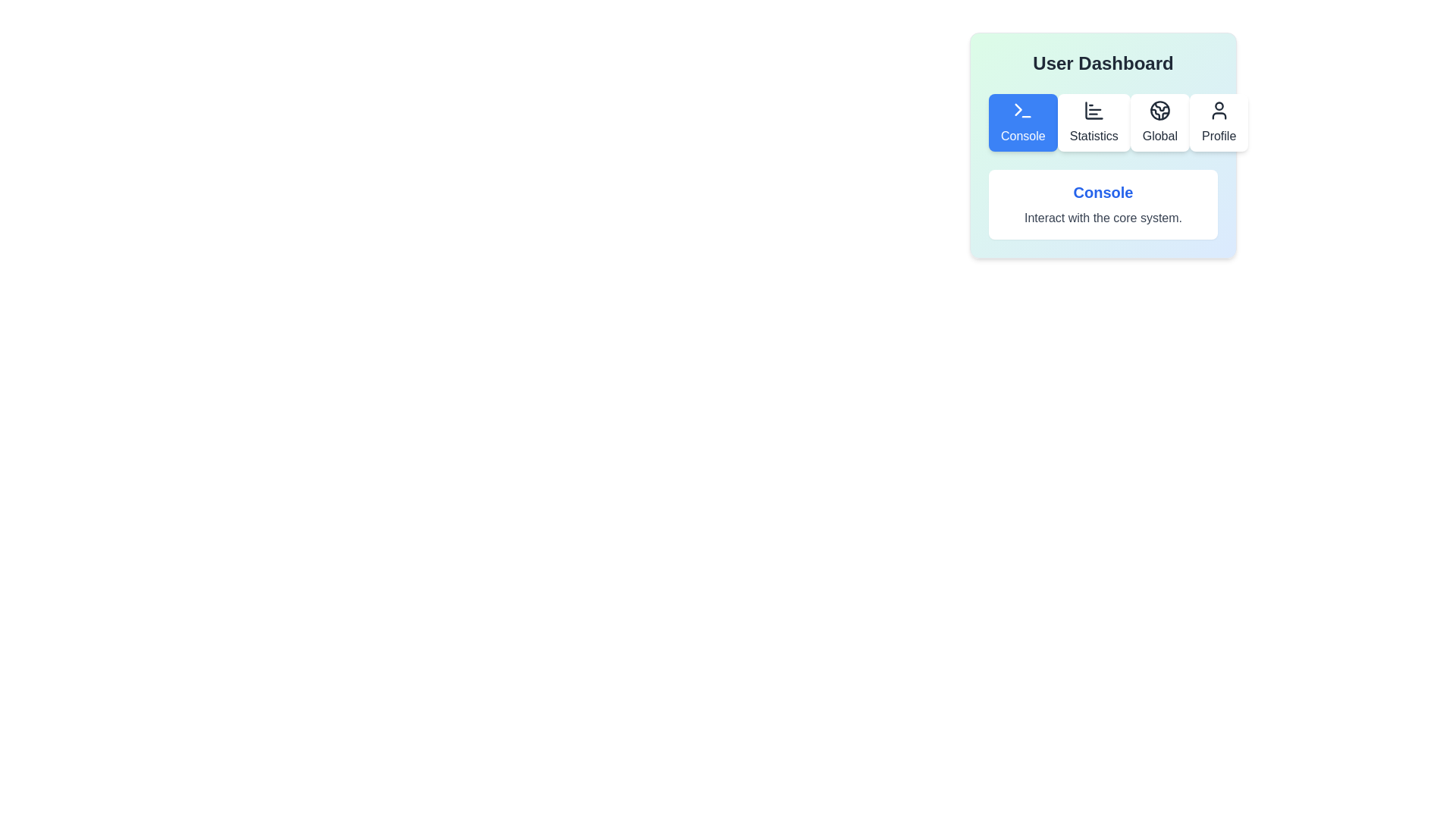  What do you see at coordinates (1093, 122) in the screenshot?
I see `the Statistics tab` at bounding box center [1093, 122].